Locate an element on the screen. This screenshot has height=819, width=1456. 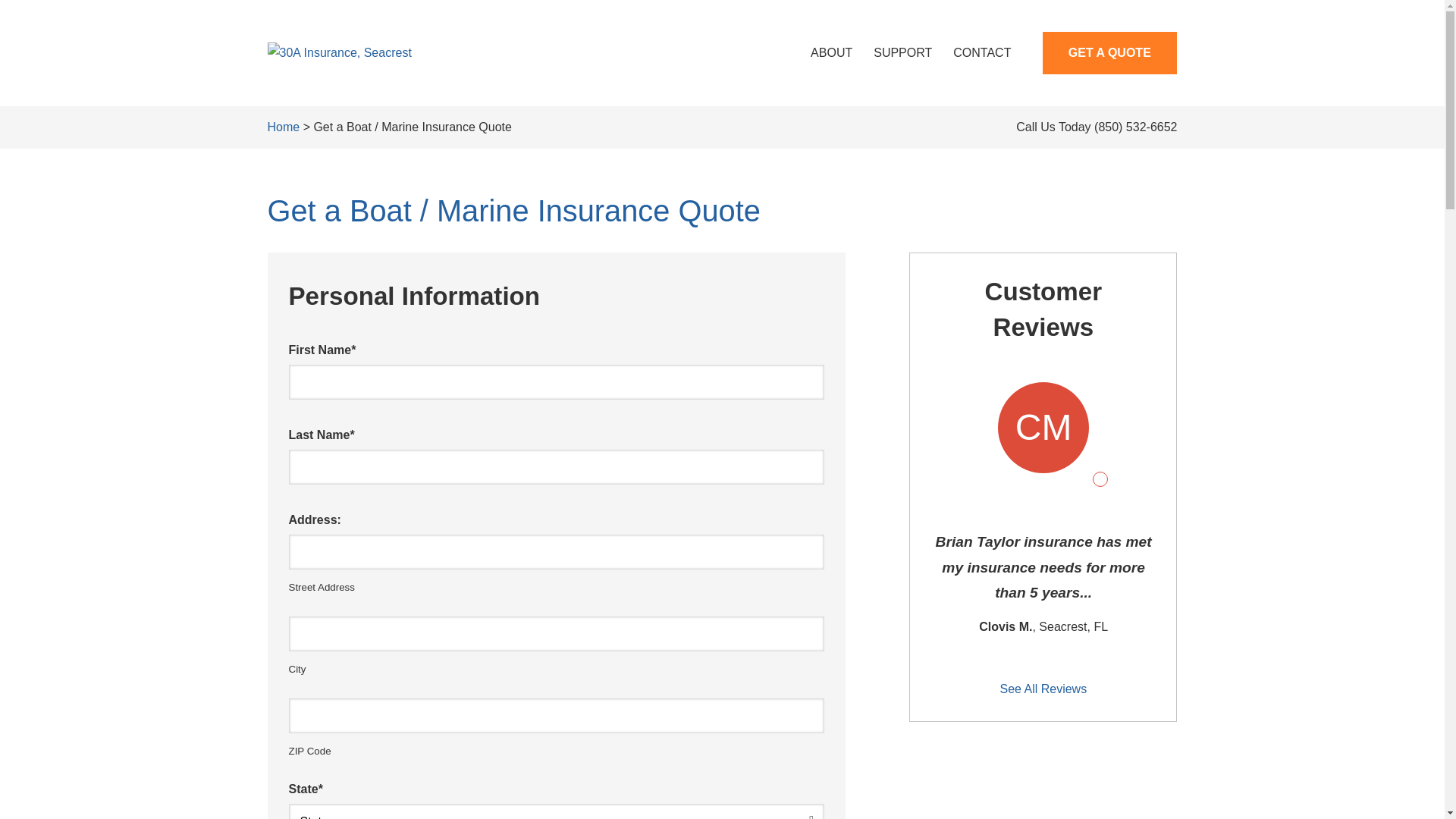
'ABOUT' is located at coordinates (830, 52).